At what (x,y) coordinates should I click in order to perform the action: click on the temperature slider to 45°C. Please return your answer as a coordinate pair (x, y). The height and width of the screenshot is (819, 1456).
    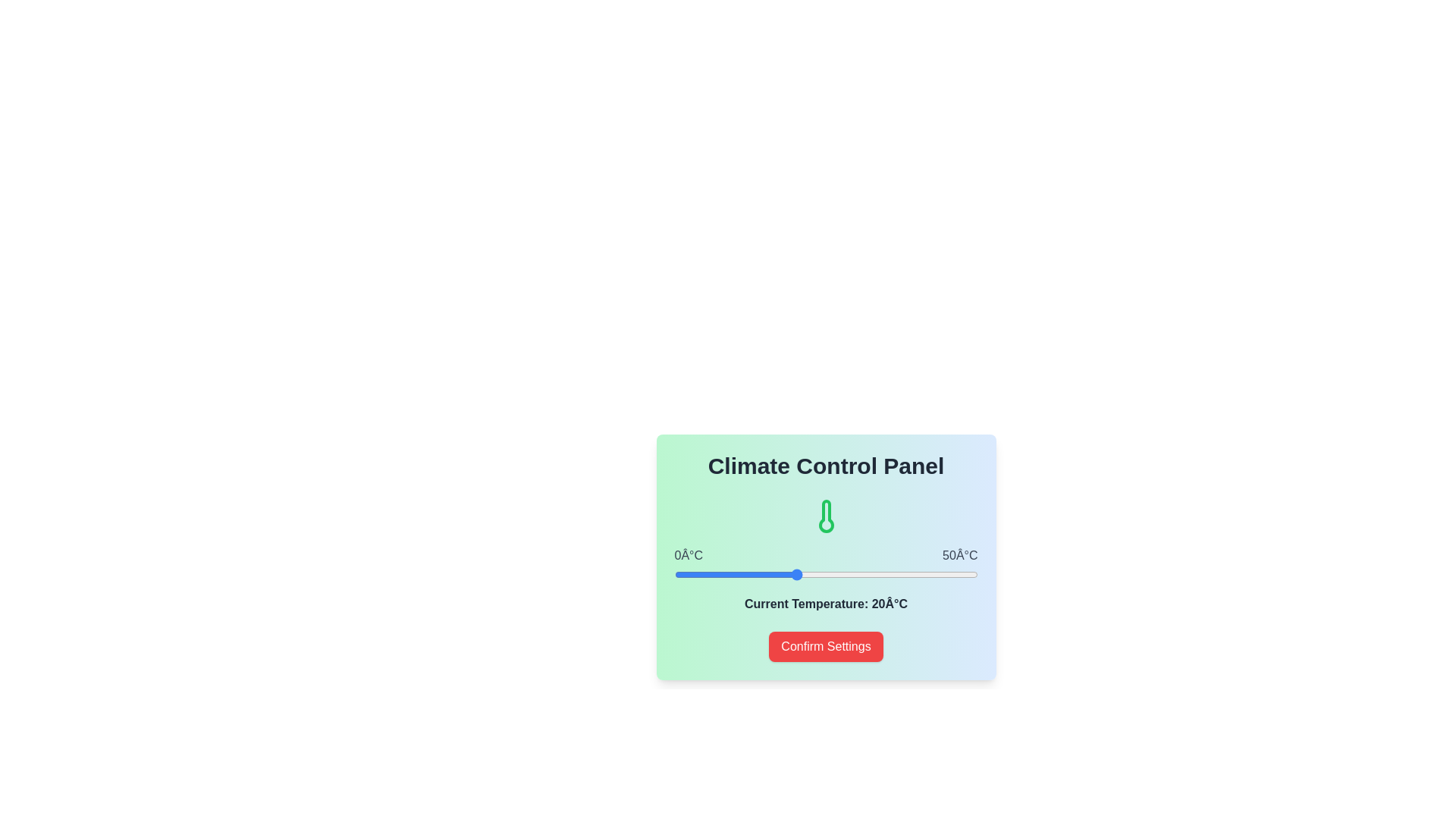
    Looking at the image, I should click on (946, 575).